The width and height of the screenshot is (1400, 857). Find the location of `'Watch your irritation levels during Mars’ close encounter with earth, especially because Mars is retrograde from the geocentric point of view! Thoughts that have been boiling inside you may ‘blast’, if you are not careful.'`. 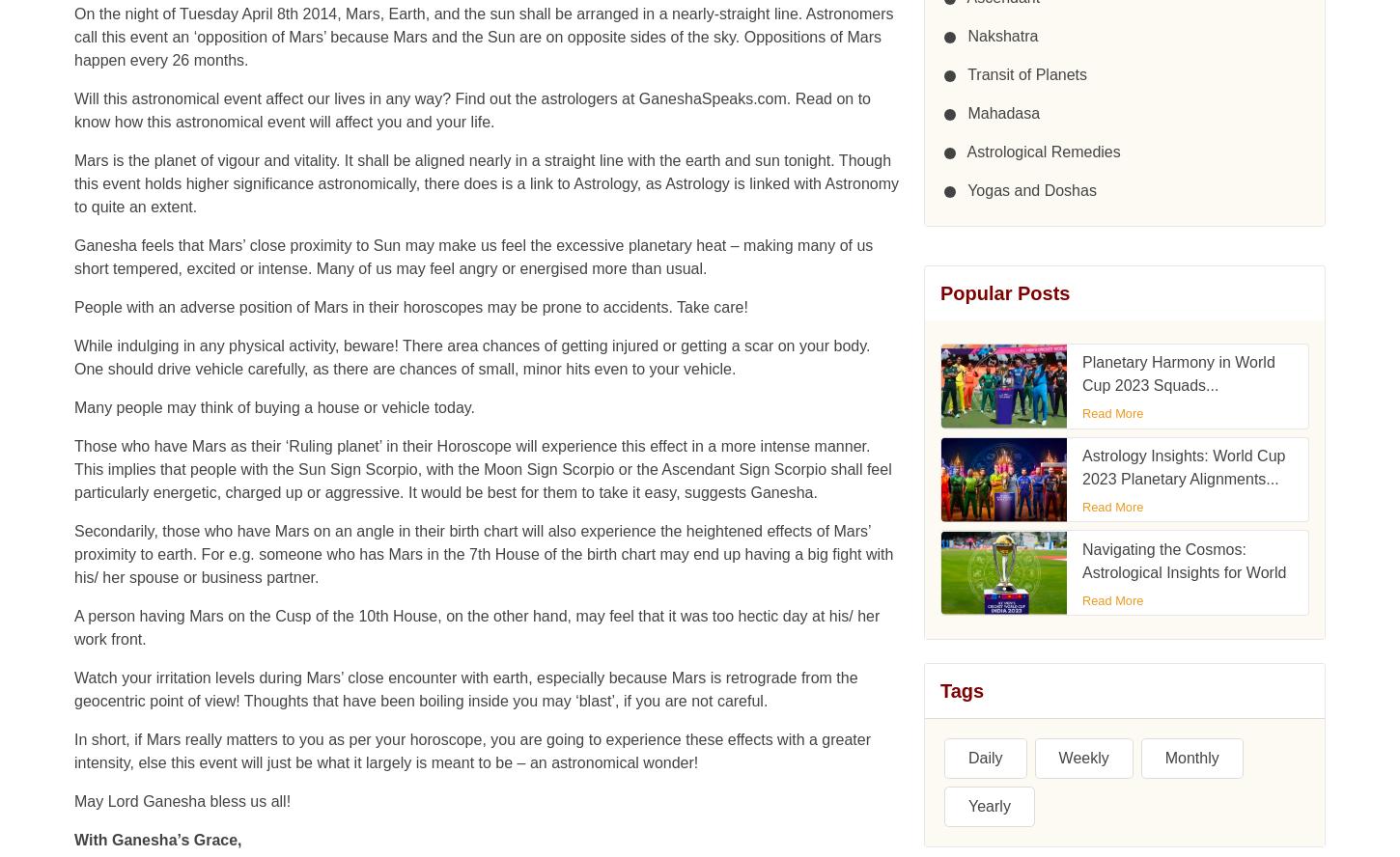

'Watch your irritation levels during Mars’ close encounter with earth, especially because Mars is retrograde from the geocentric point of view! Thoughts that have been boiling inside you may ‘blast’, if you are not careful.' is located at coordinates (464, 76).